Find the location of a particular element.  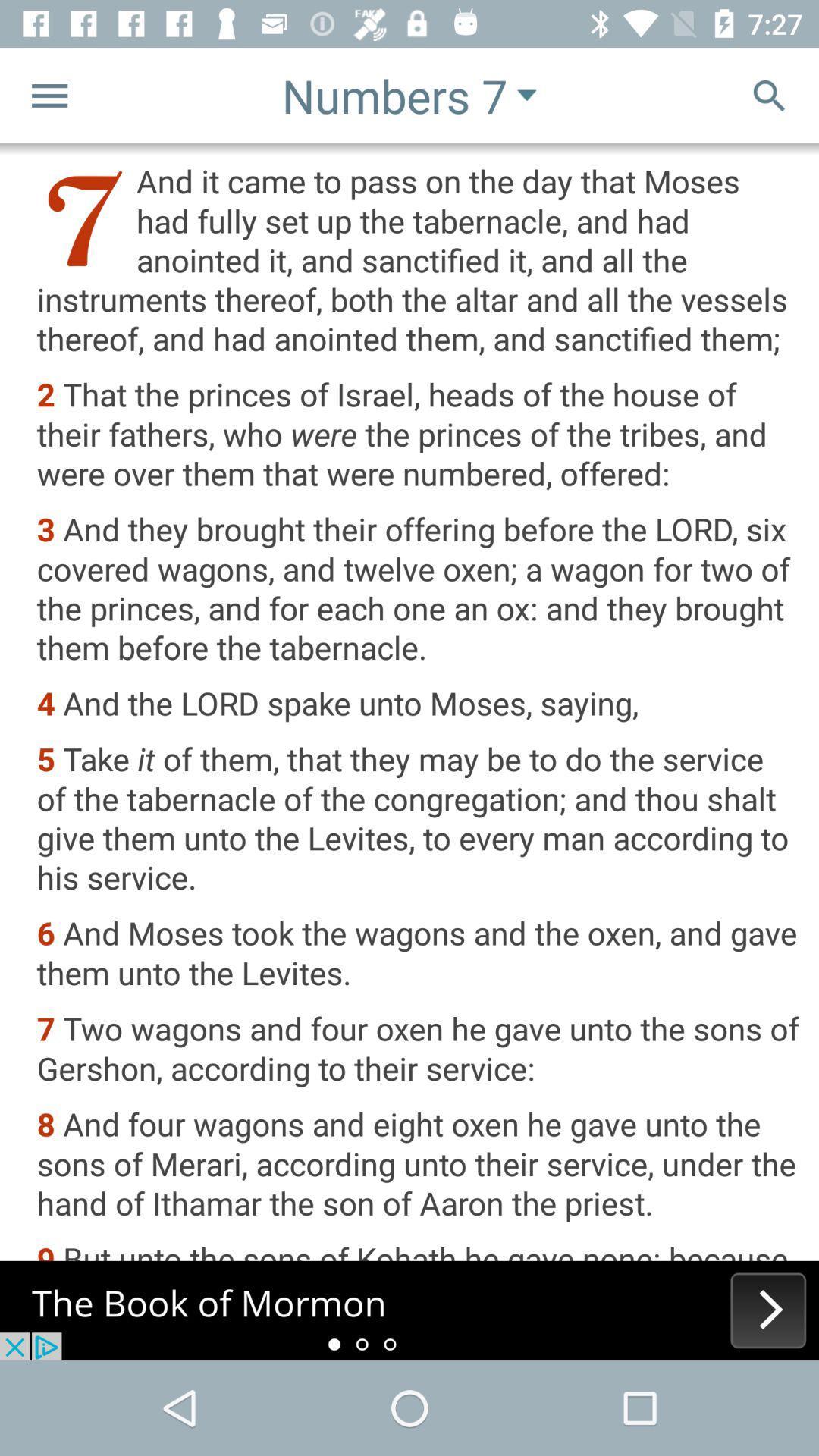

search bar is located at coordinates (769, 94).